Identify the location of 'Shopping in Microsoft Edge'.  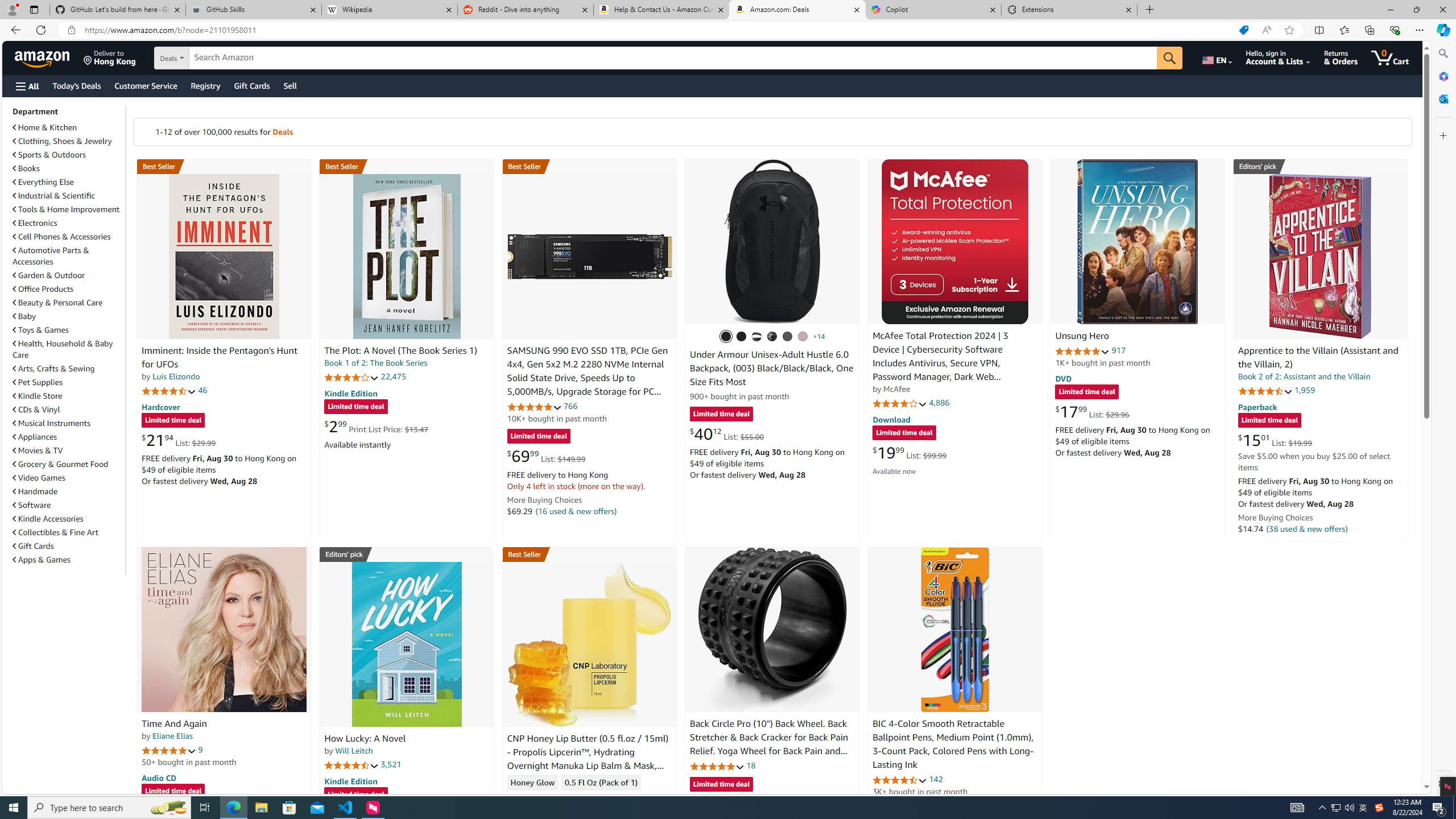
(1243, 30).